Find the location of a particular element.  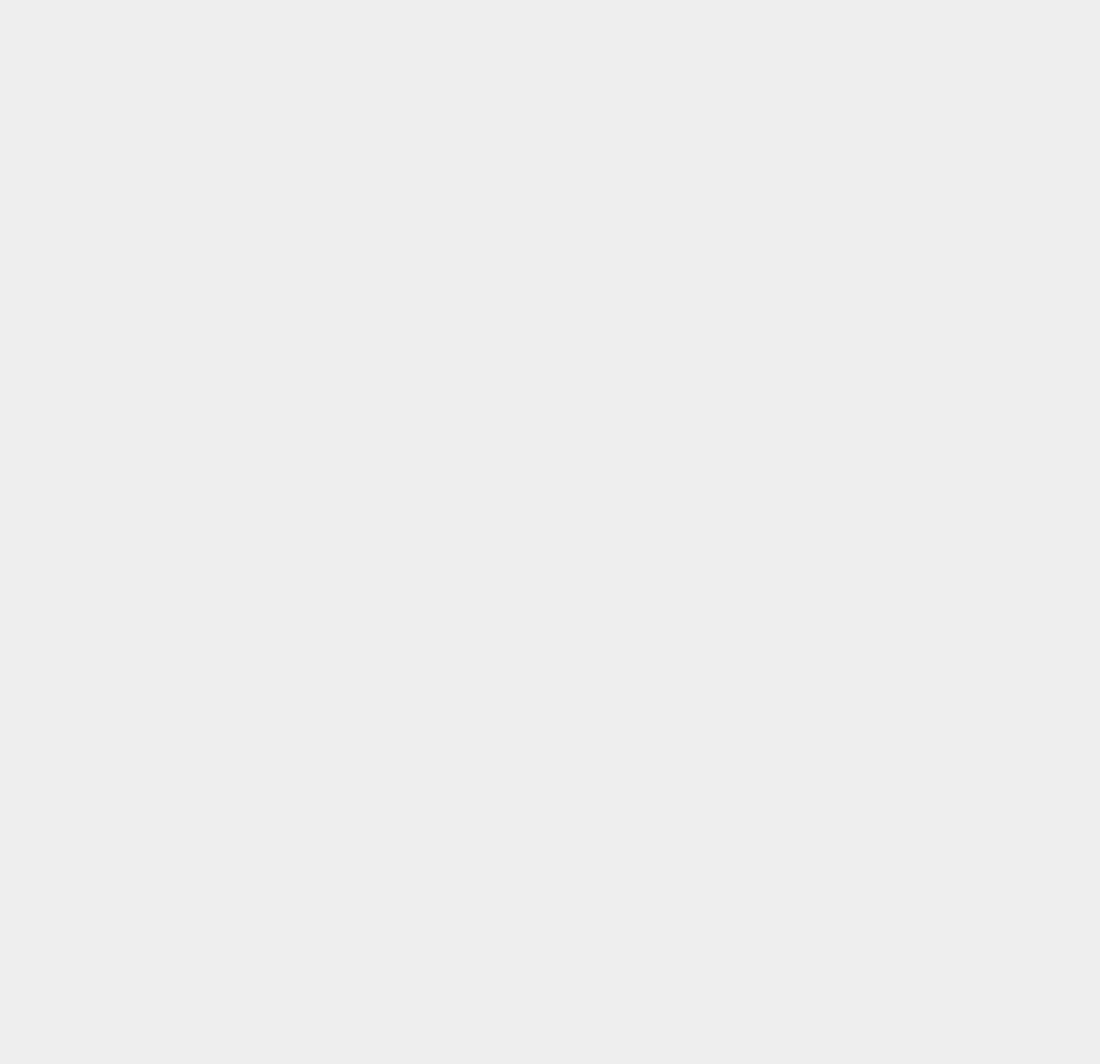

'Stock' is located at coordinates (795, 302).